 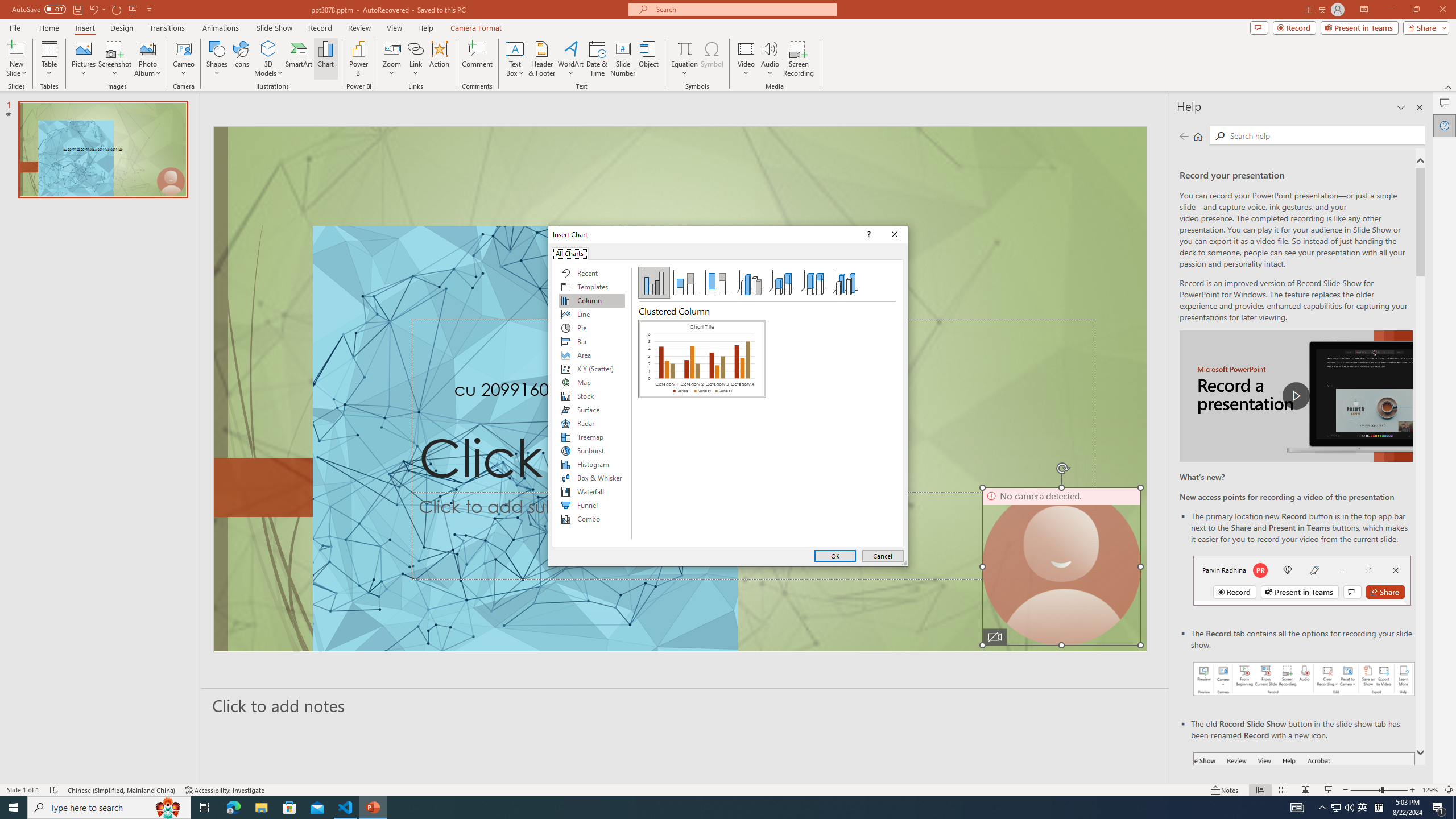 What do you see at coordinates (813, 283) in the screenshot?
I see `'3-D 100% Stacked Column'` at bounding box center [813, 283].